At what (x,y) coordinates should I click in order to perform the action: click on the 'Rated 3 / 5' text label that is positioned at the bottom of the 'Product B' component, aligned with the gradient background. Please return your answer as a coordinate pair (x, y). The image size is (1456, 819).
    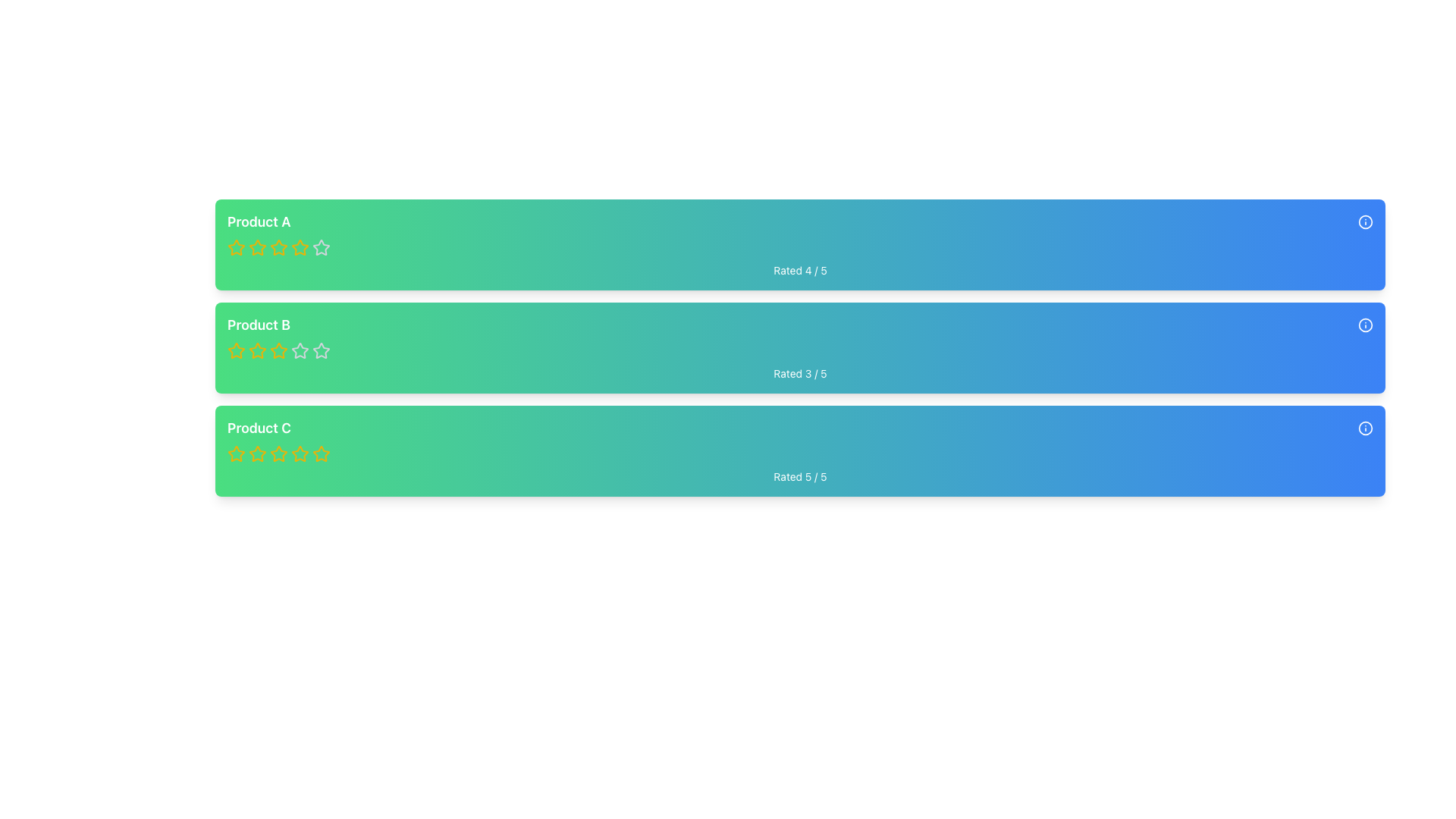
    Looking at the image, I should click on (799, 374).